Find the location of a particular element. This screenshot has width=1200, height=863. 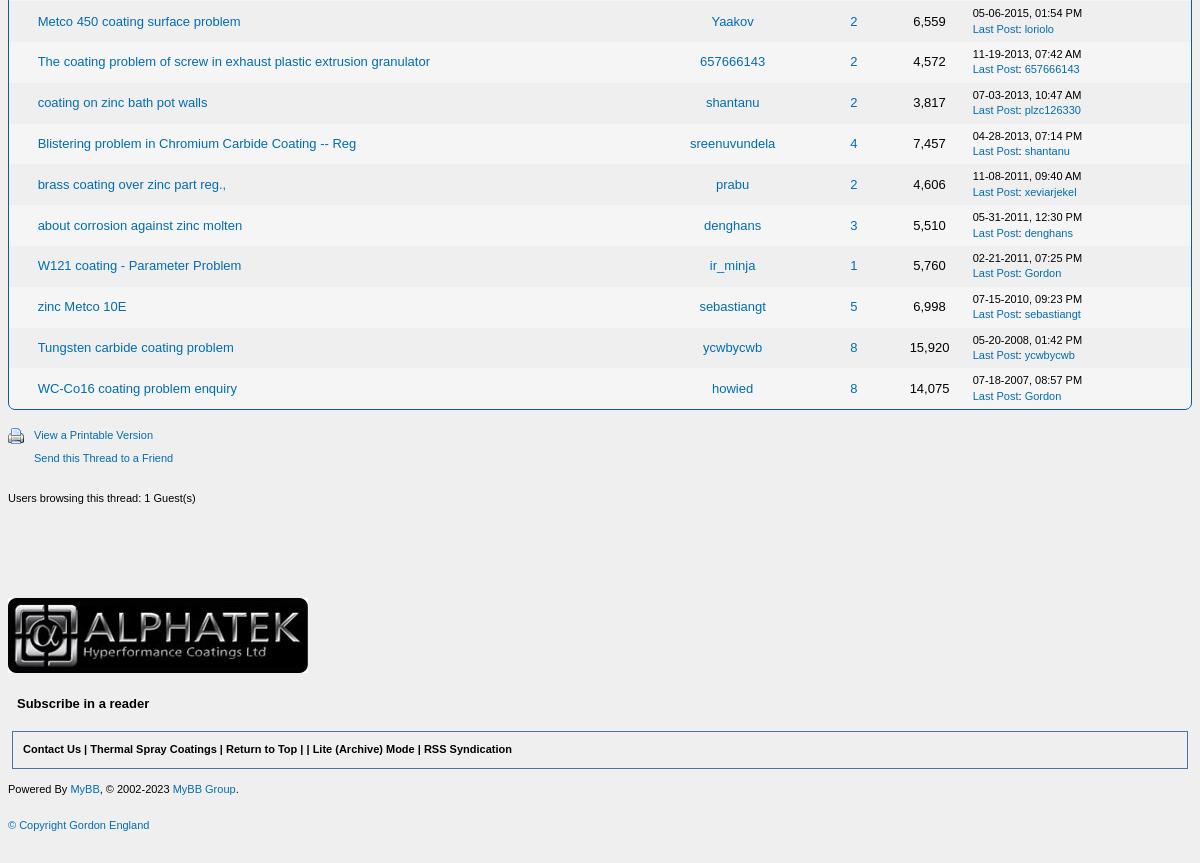

'The coating problem of screw in exhaust plastic extrusion granulator' is located at coordinates (232, 61).